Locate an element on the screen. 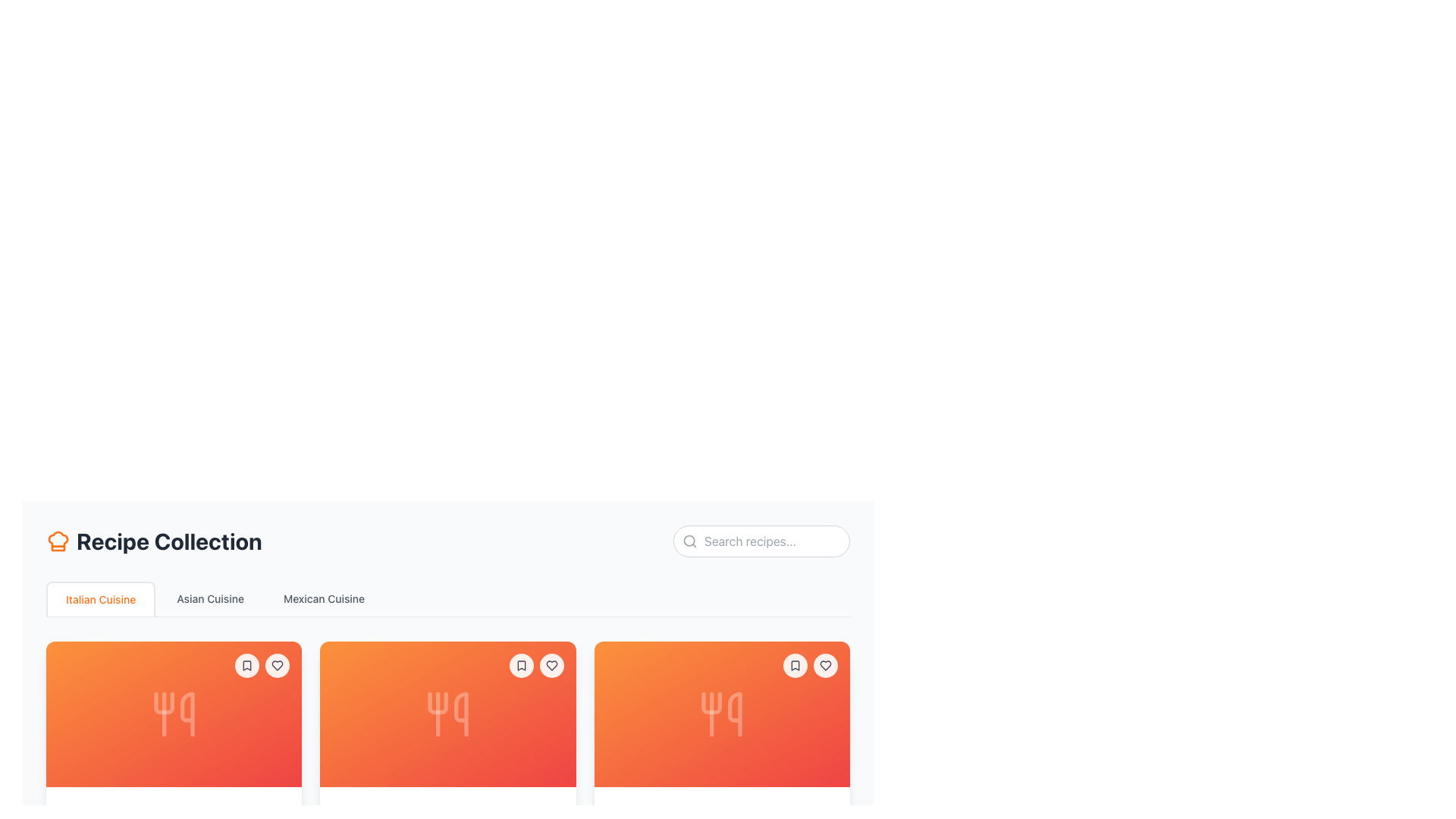  the bookmark button located in the top-right corner of the card layout is located at coordinates (521, 665).